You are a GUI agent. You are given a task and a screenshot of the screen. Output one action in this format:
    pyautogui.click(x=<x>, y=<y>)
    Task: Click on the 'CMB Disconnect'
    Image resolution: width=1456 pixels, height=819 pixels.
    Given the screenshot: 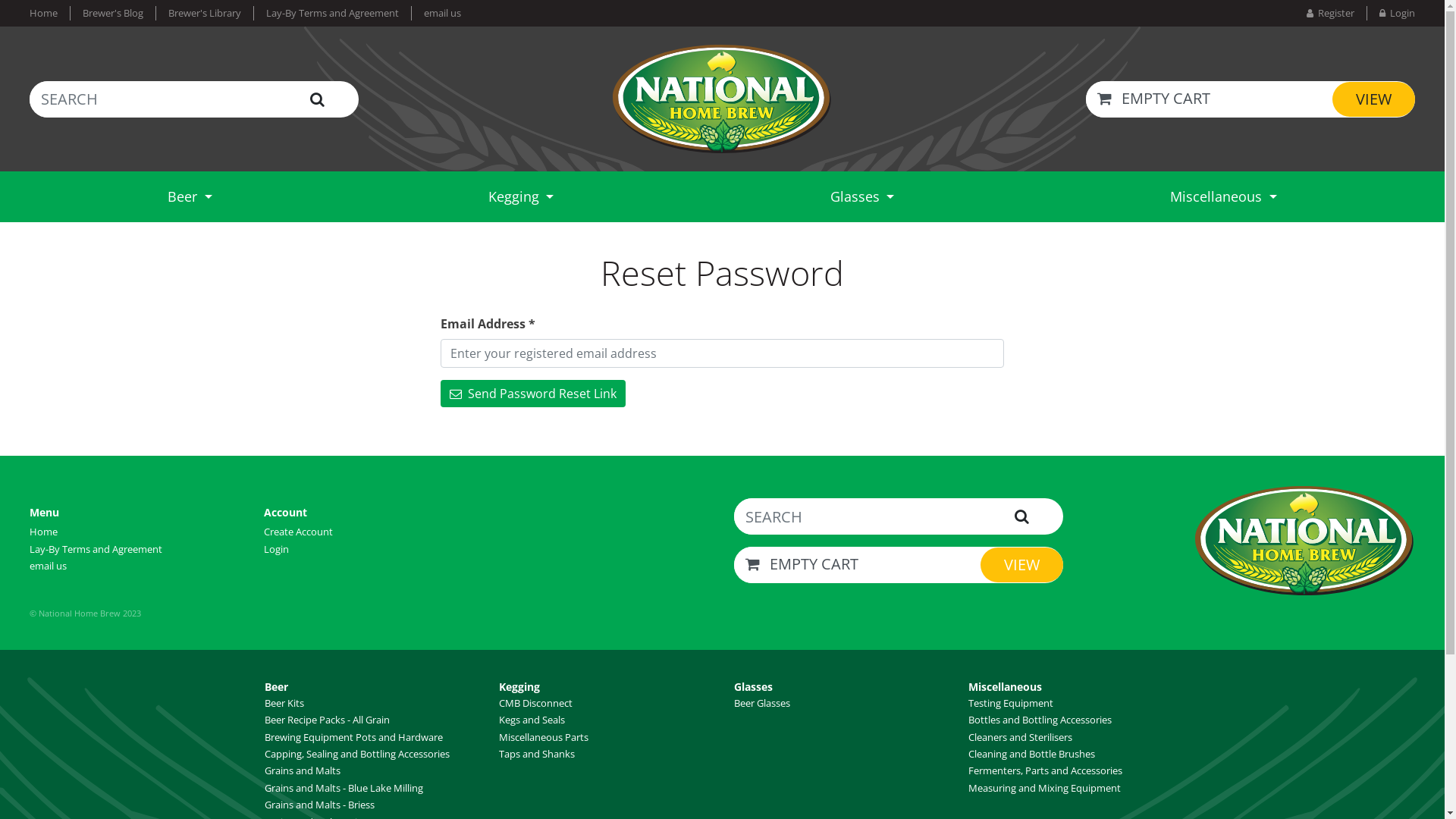 What is the action you would take?
    pyautogui.click(x=535, y=702)
    